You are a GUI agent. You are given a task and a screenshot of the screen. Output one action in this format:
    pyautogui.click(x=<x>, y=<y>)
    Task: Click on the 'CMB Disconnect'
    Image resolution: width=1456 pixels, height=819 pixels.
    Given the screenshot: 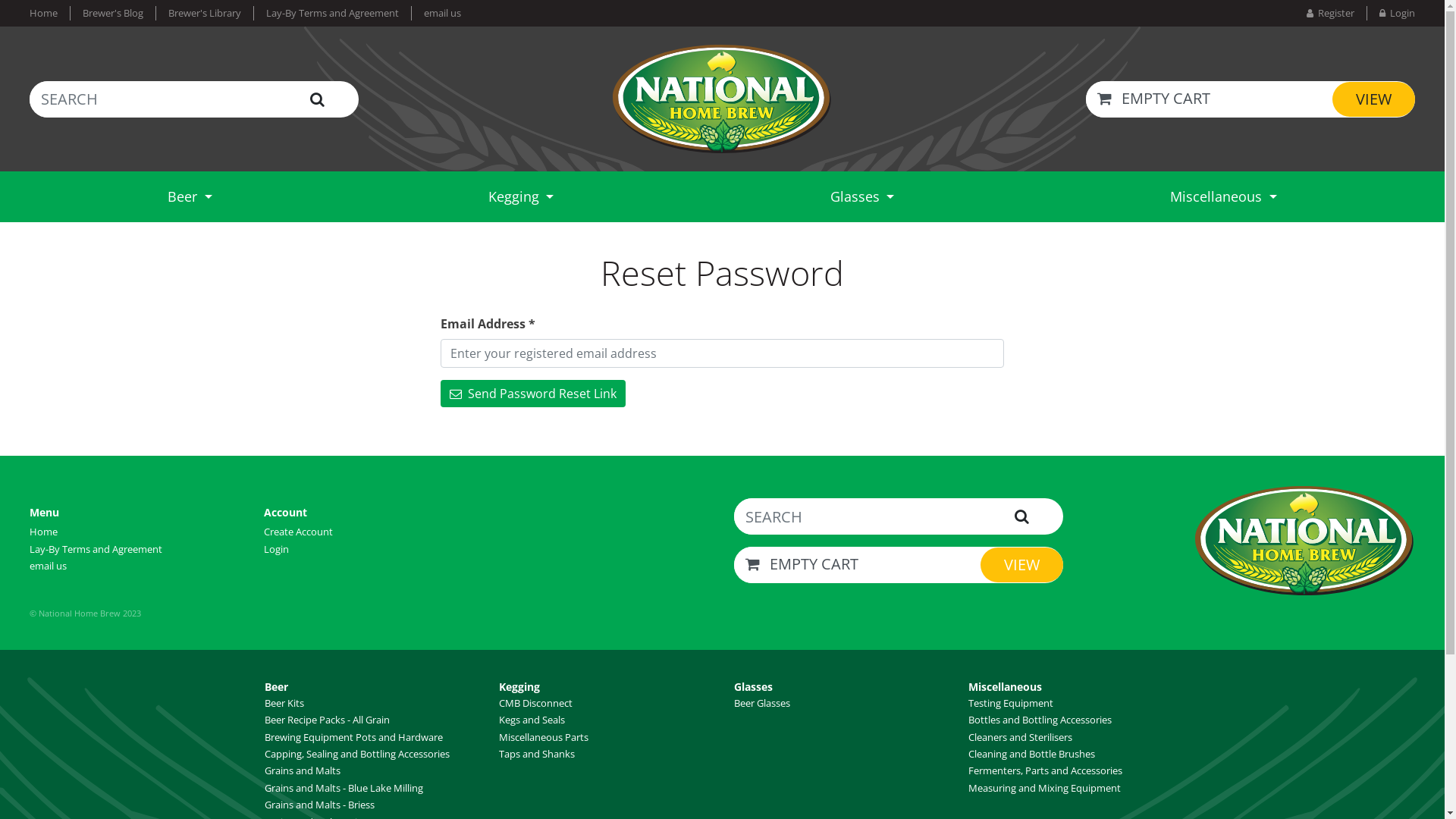 What is the action you would take?
    pyautogui.click(x=535, y=702)
    